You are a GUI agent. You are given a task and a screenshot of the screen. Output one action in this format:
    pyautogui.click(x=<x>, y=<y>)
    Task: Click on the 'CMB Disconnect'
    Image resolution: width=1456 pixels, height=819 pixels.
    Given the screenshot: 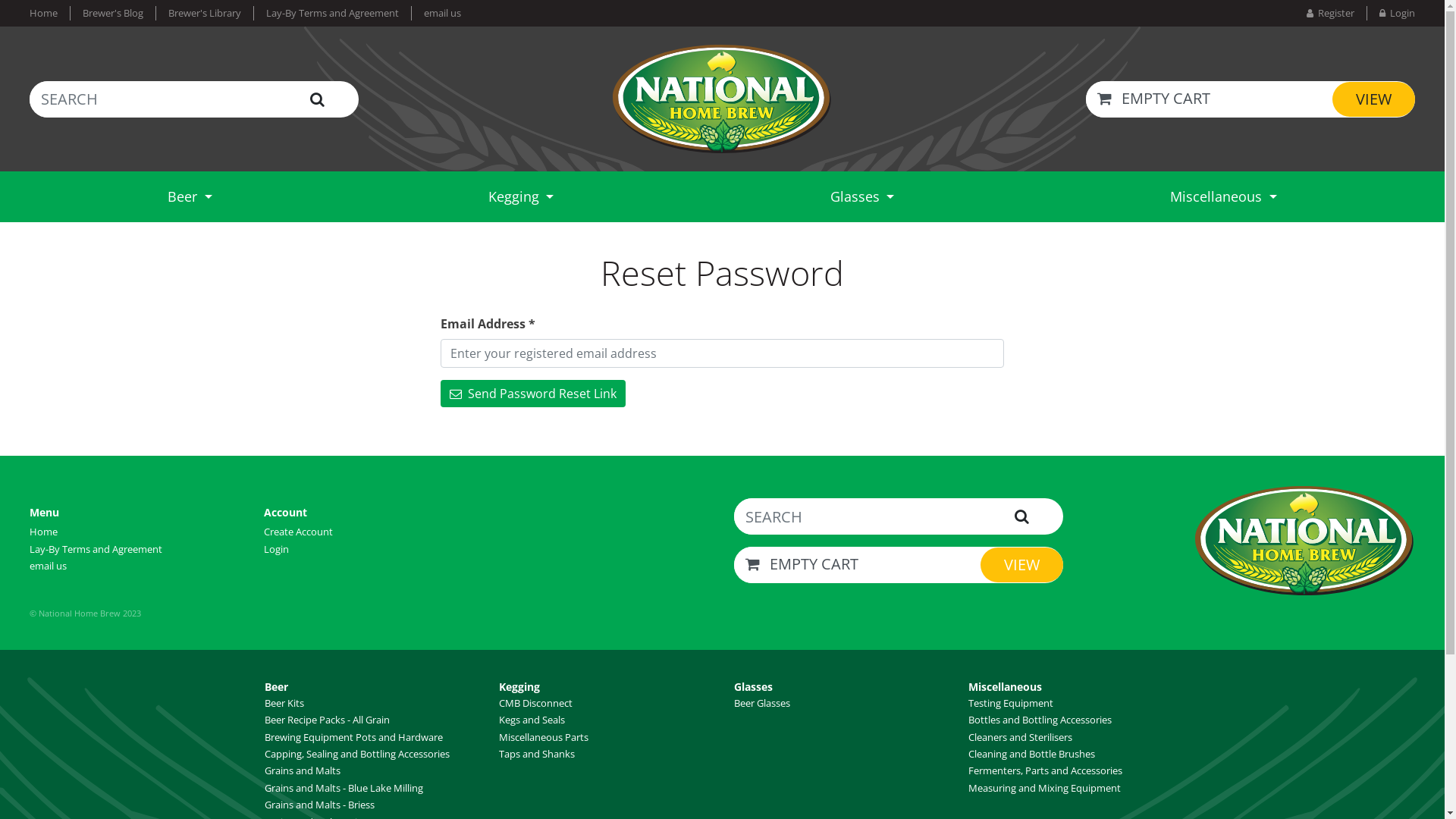 What is the action you would take?
    pyautogui.click(x=535, y=702)
    